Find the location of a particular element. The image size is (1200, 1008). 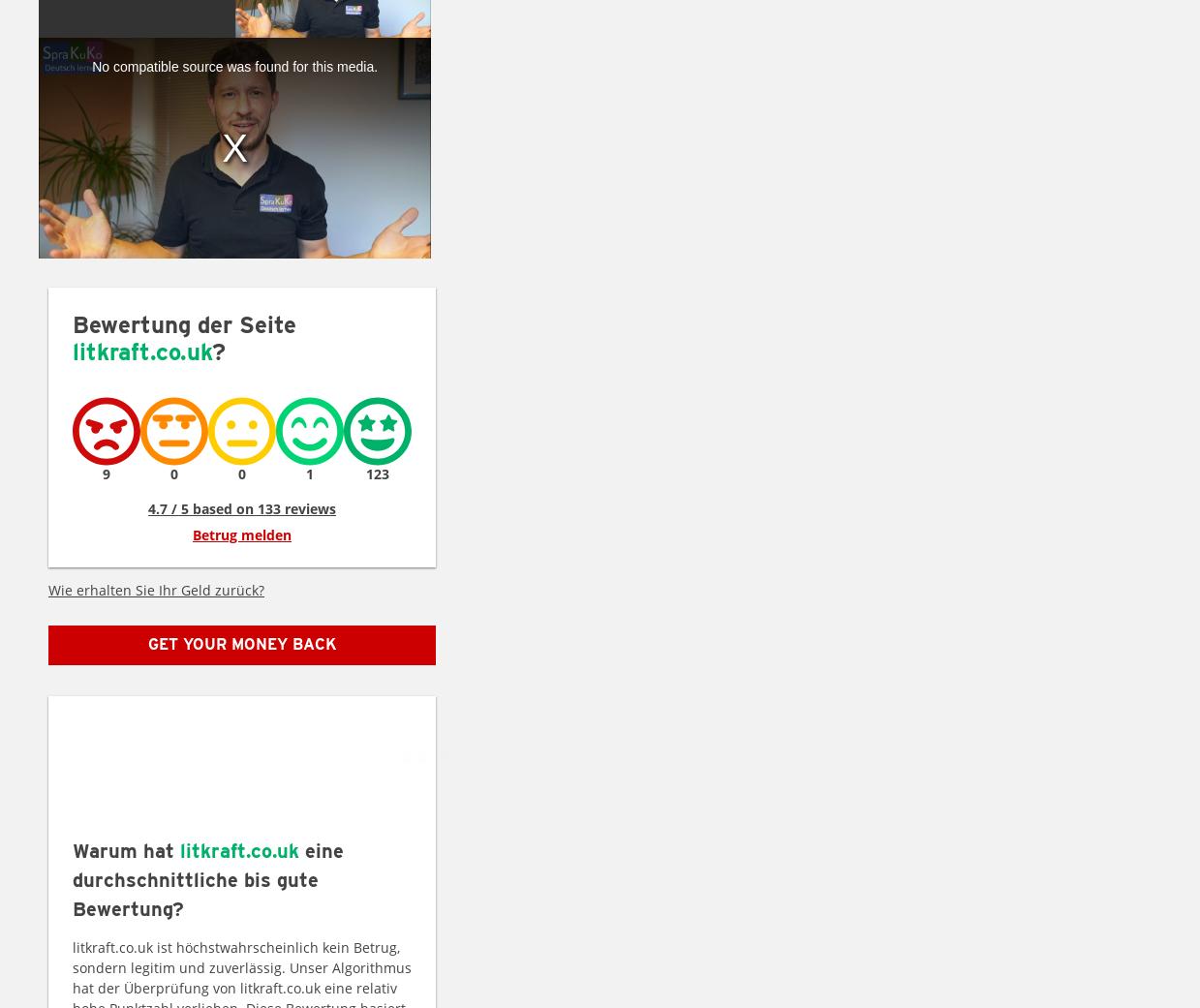

'Wie erhalten Sie Ihr Geld zurück?' is located at coordinates (156, 589).